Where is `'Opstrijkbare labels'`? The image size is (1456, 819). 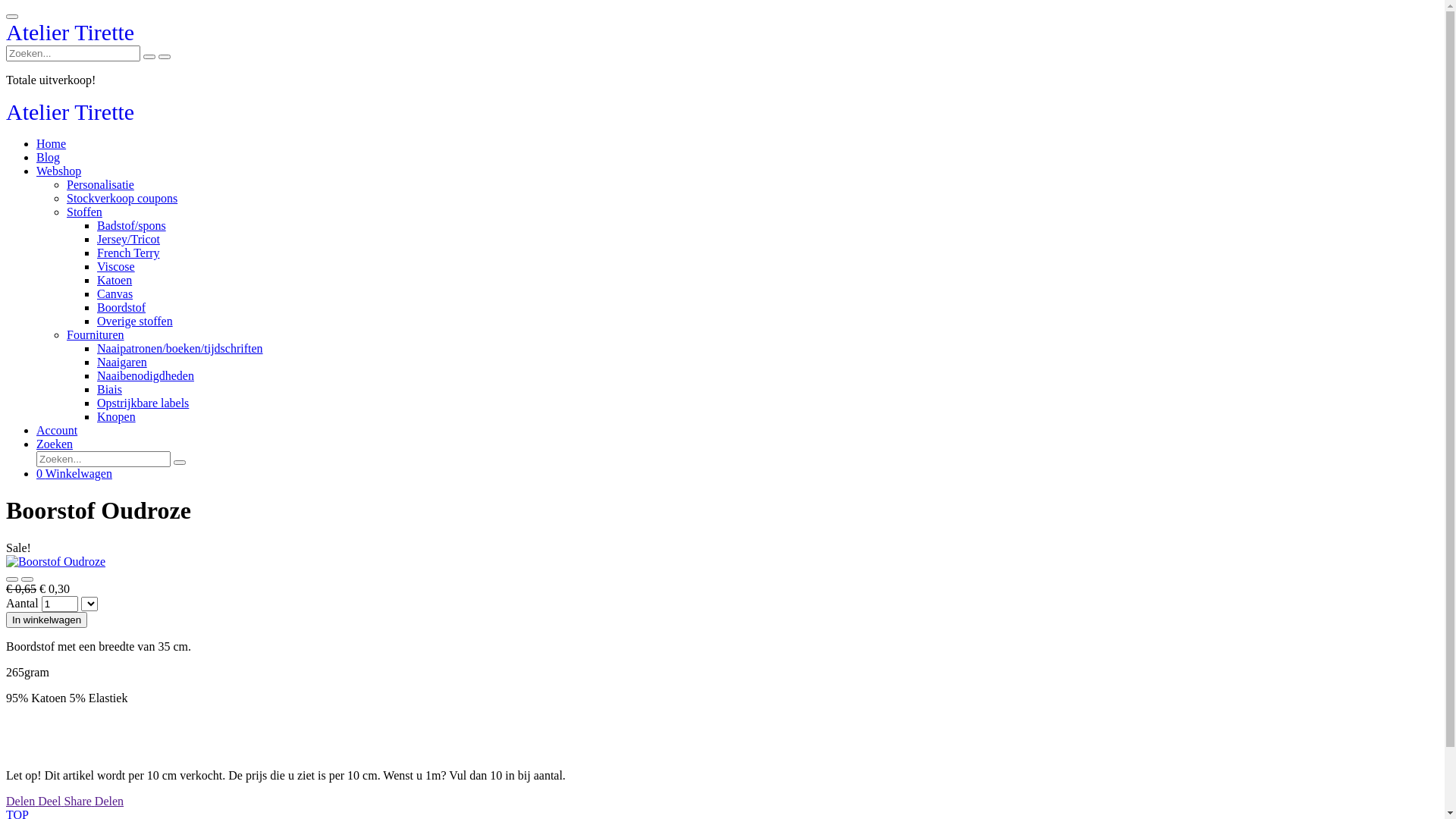 'Opstrijkbare labels' is located at coordinates (143, 402).